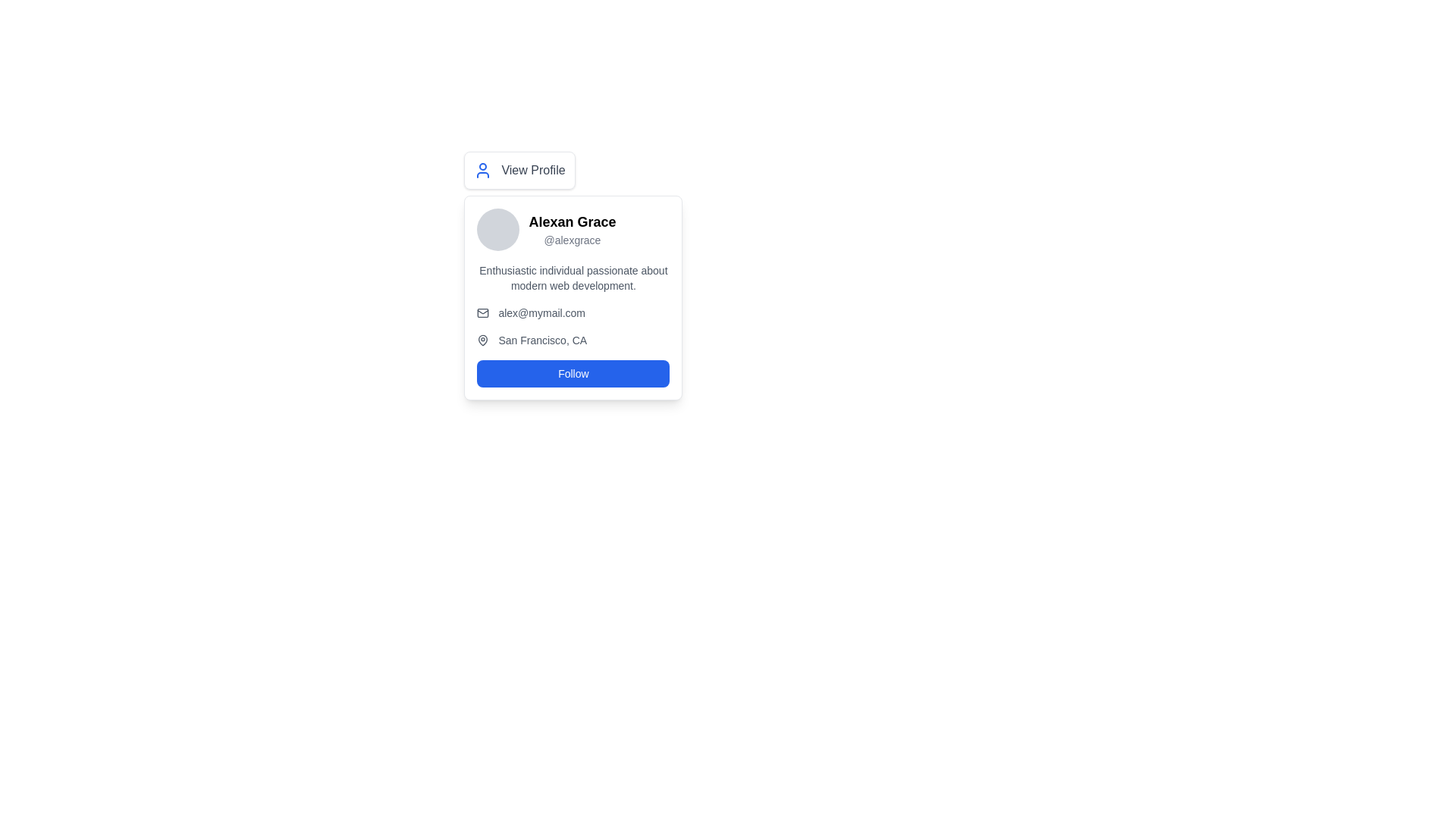 The width and height of the screenshot is (1456, 819). Describe the element at coordinates (519, 170) in the screenshot. I see `the clickable button with both icon and text at the top of the modal` at that location.